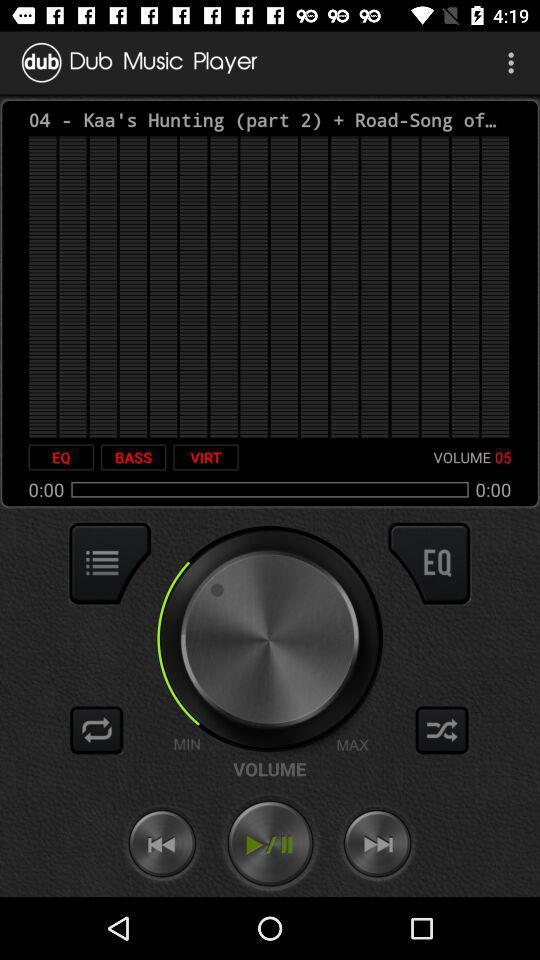 The width and height of the screenshot is (540, 960). Describe the element at coordinates (205, 457) in the screenshot. I see `icon next to the volume item` at that location.